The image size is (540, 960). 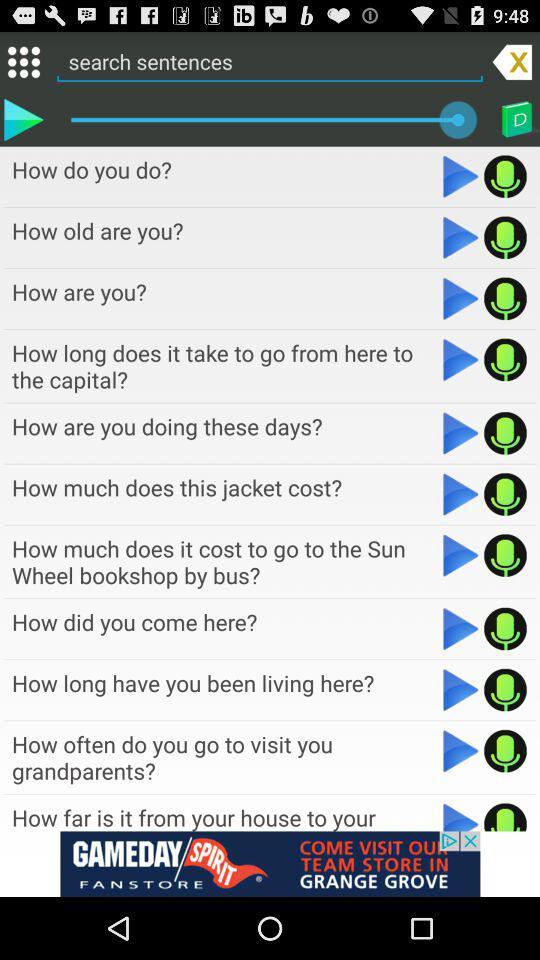 What do you see at coordinates (22, 119) in the screenshot?
I see `sentence` at bounding box center [22, 119].